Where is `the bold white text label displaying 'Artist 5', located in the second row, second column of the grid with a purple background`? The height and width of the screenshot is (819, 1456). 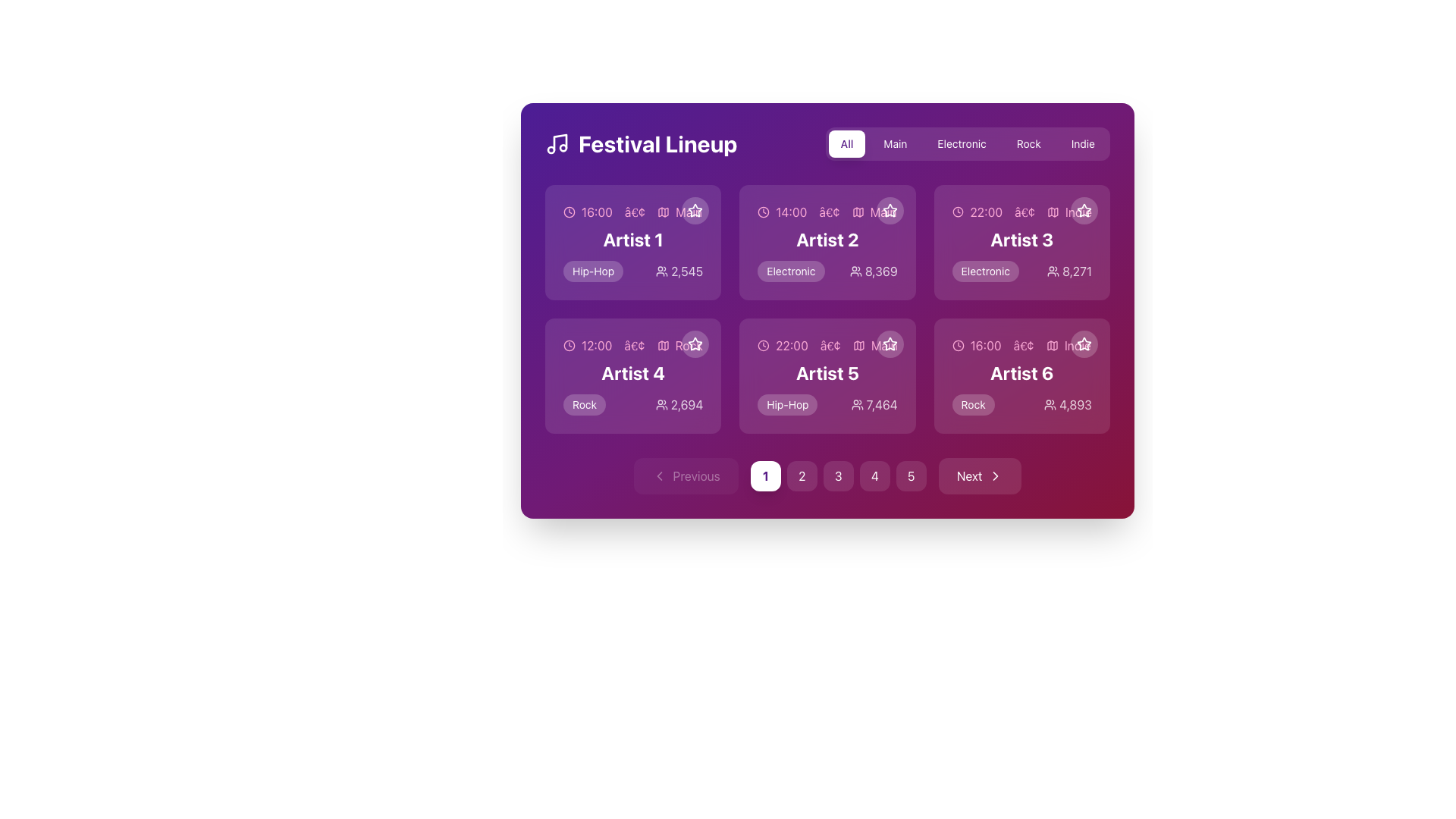
the bold white text label displaying 'Artist 5', located in the second row, second column of the grid with a purple background is located at coordinates (827, 373).